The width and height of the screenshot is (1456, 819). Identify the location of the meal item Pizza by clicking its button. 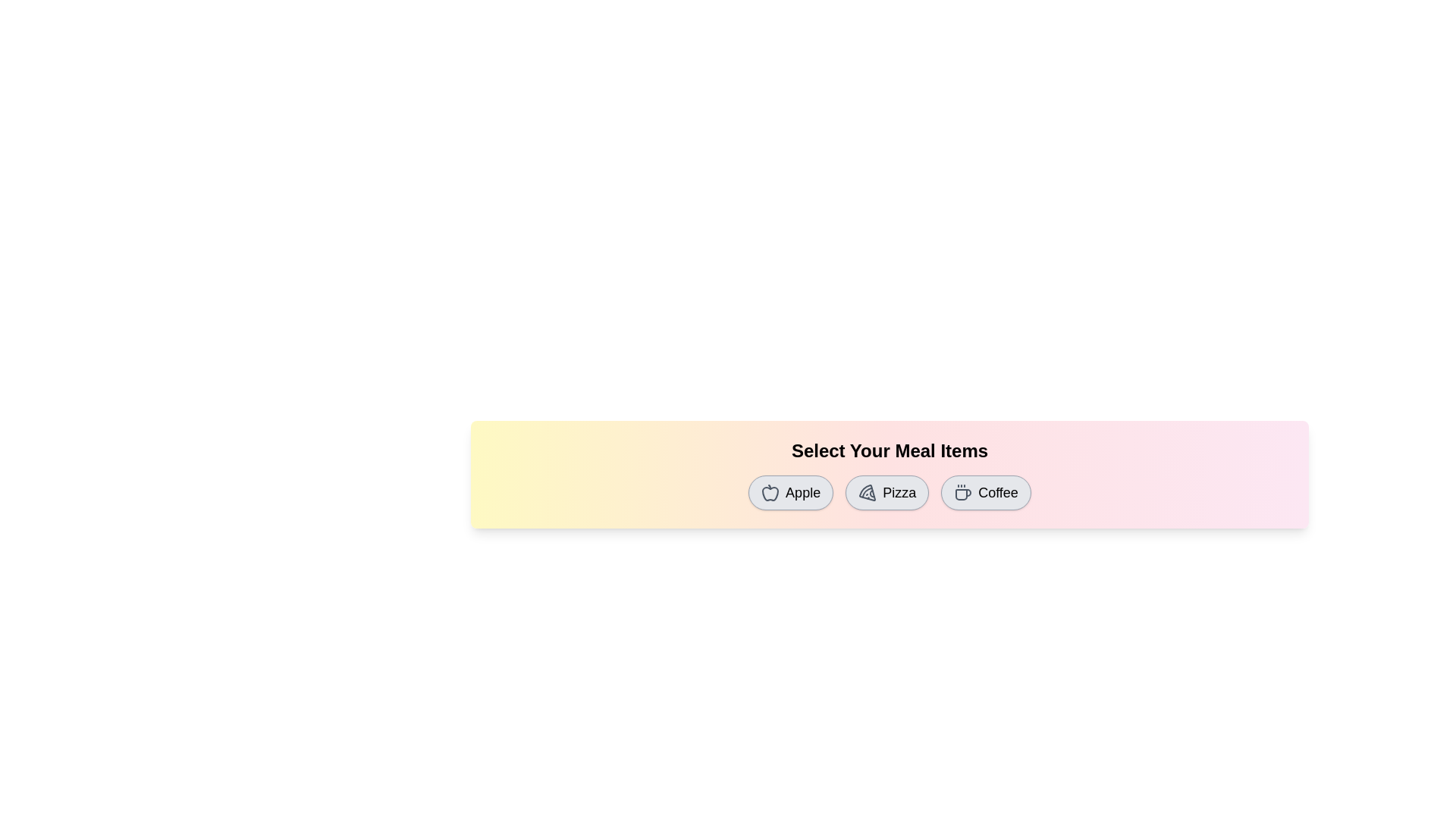
(887, 493).